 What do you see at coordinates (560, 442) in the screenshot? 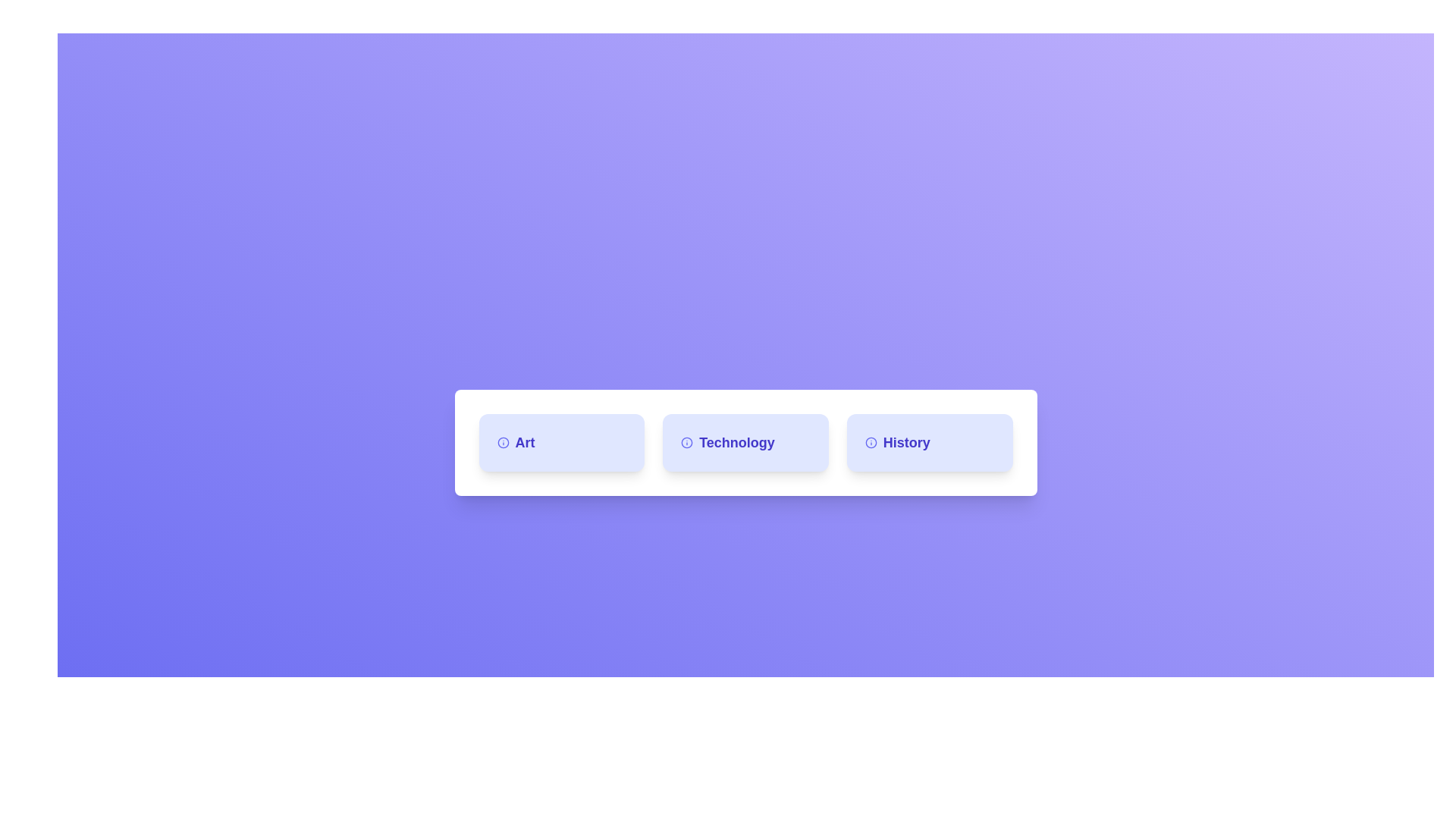
I see `the selectable option card labeled 'Art', which is the first item in a row of three options including 'Technology' and 'History'` at bounding box center [560, 442].